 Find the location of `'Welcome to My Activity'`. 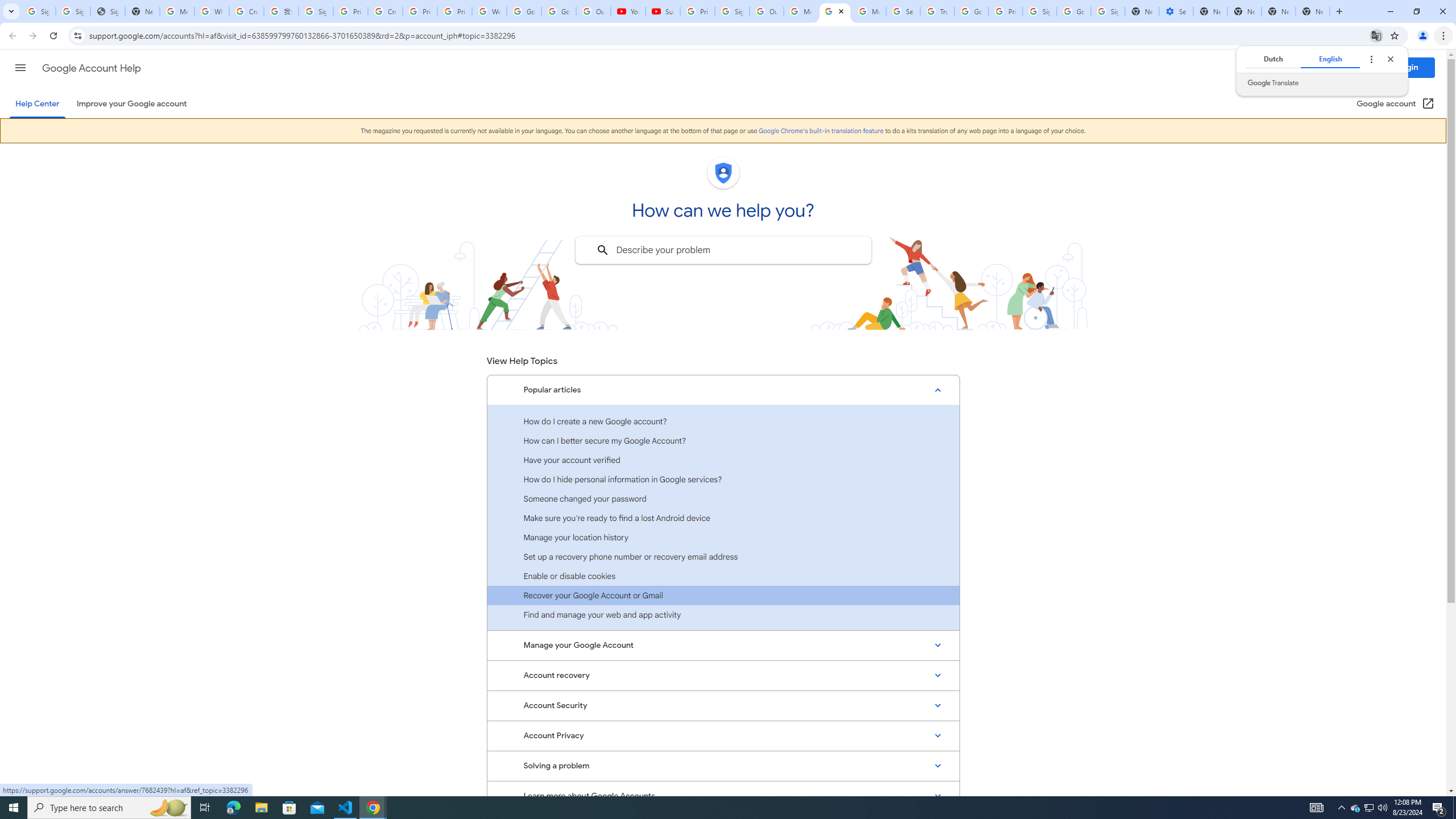

'Welcome to My Activity' is located at coordinates (489, 11).